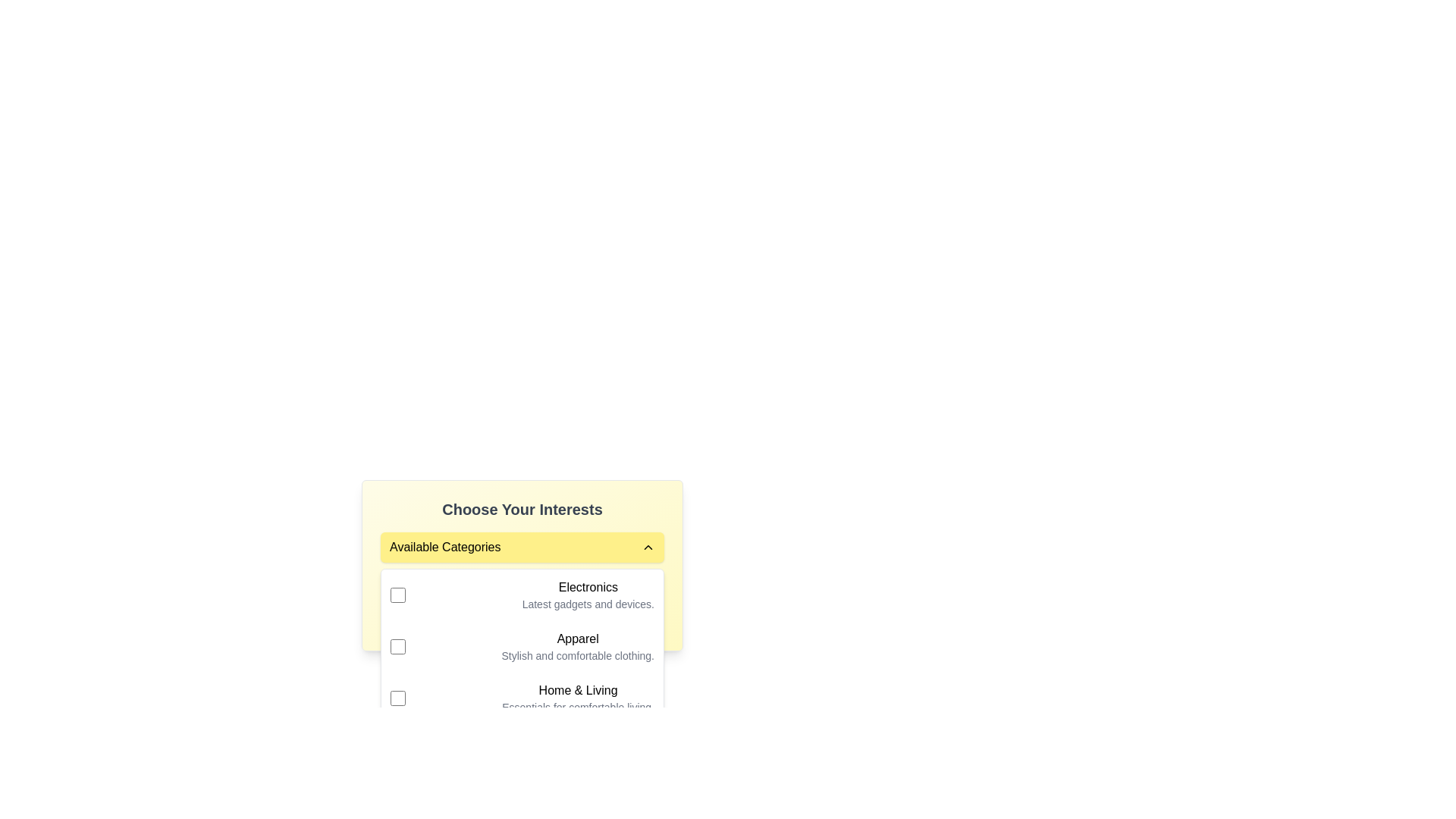 The height and width of the screenshot is (819, 1456). Describe the element at coordinates (397, 595) in the screenshot. I see `the checkbox for the 'Electronics' category` at that location.